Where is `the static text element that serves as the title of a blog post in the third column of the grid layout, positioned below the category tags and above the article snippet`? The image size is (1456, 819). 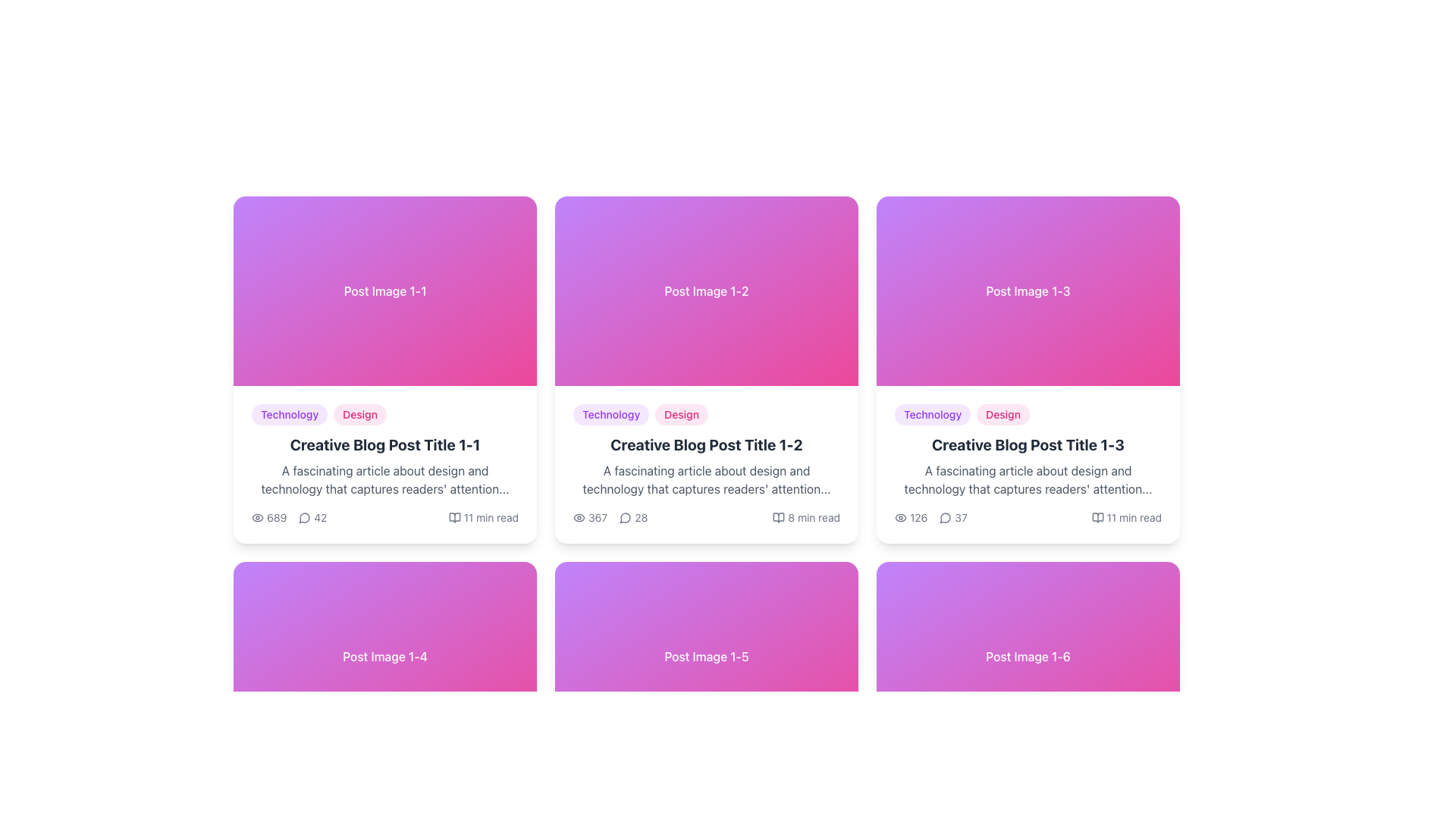 the static text element that serves as the title of a blog post in the third column of the grid layout, positioned below the category tags and above the article snippet is located at coordinates (1028, 444).